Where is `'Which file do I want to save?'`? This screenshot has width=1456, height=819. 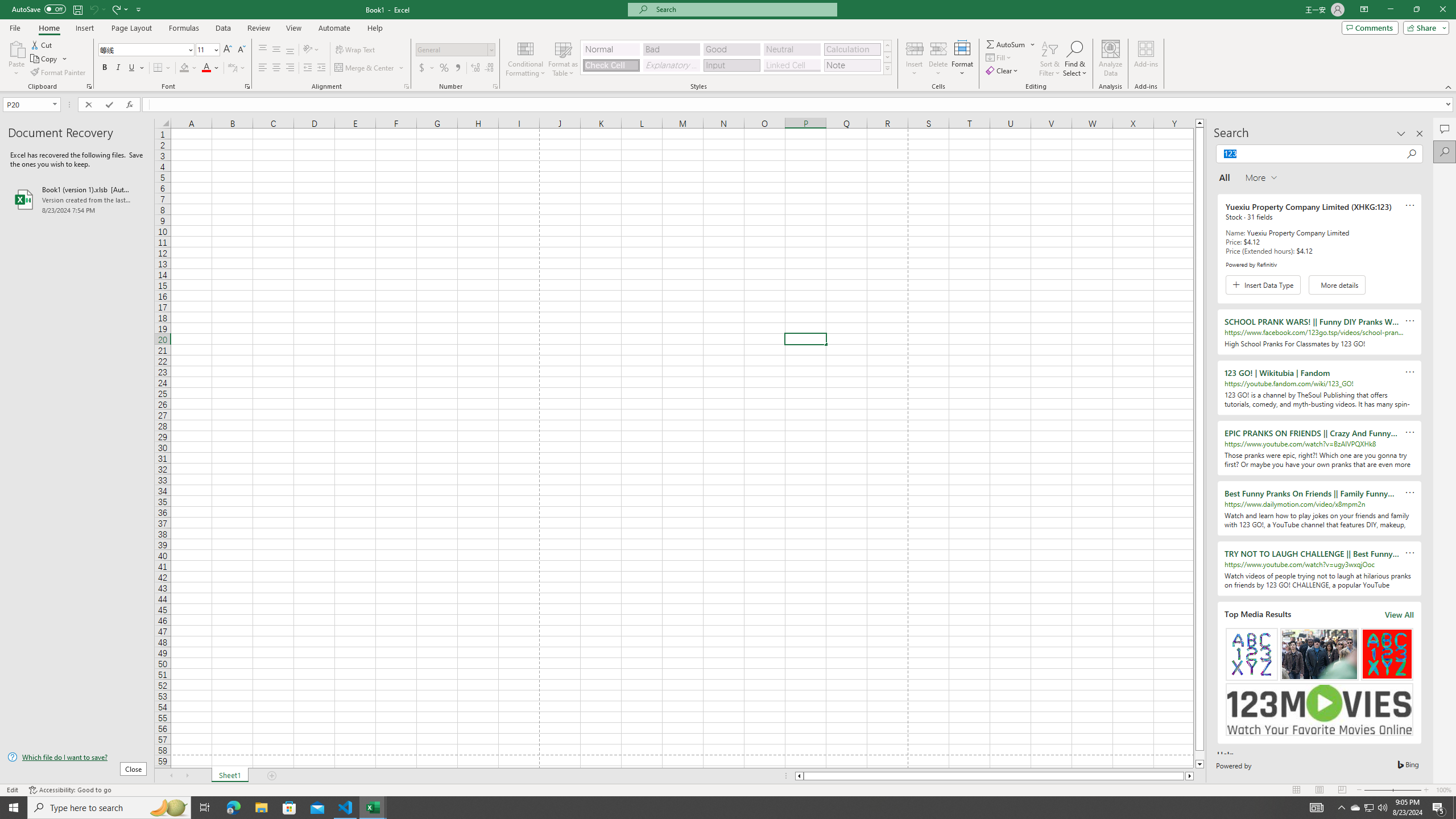
'Which file do I want to save?' is located at coordinates (76, 758).